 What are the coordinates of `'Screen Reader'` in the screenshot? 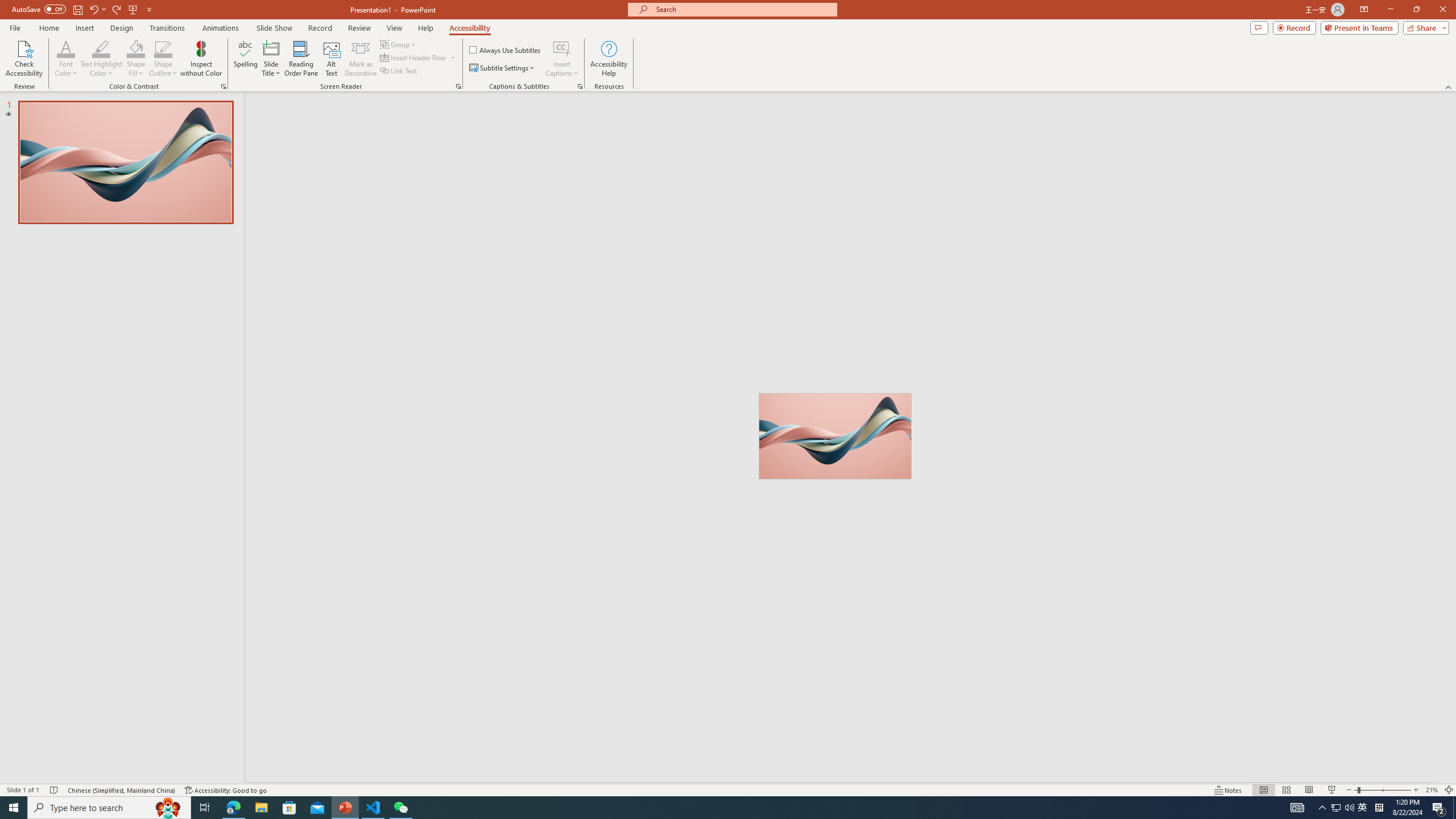 It's located at (458, 85).